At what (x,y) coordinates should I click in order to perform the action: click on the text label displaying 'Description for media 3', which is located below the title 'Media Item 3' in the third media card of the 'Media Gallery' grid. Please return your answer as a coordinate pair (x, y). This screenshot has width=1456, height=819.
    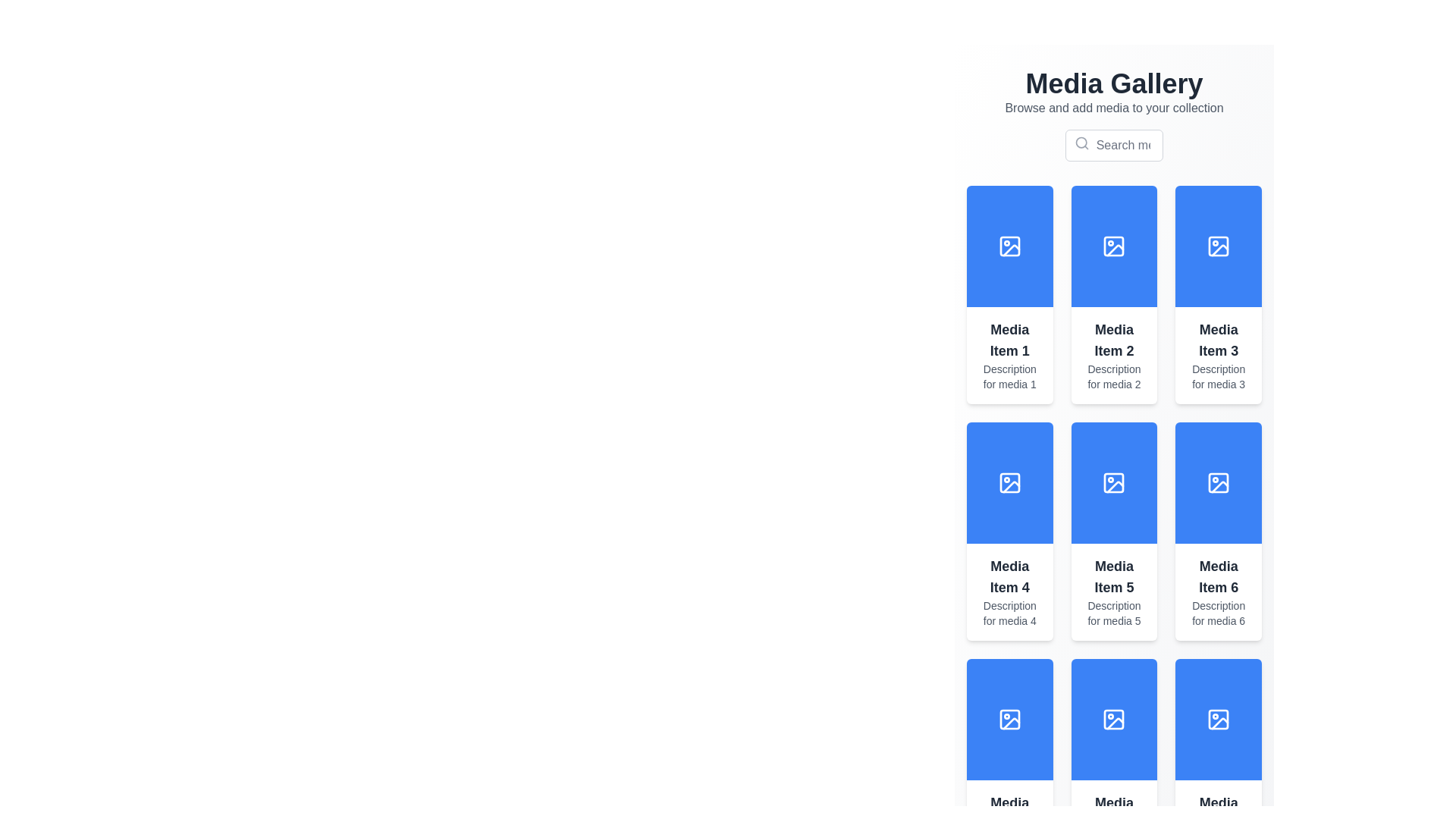
    Looking at the image, I should click on (1219, 376).